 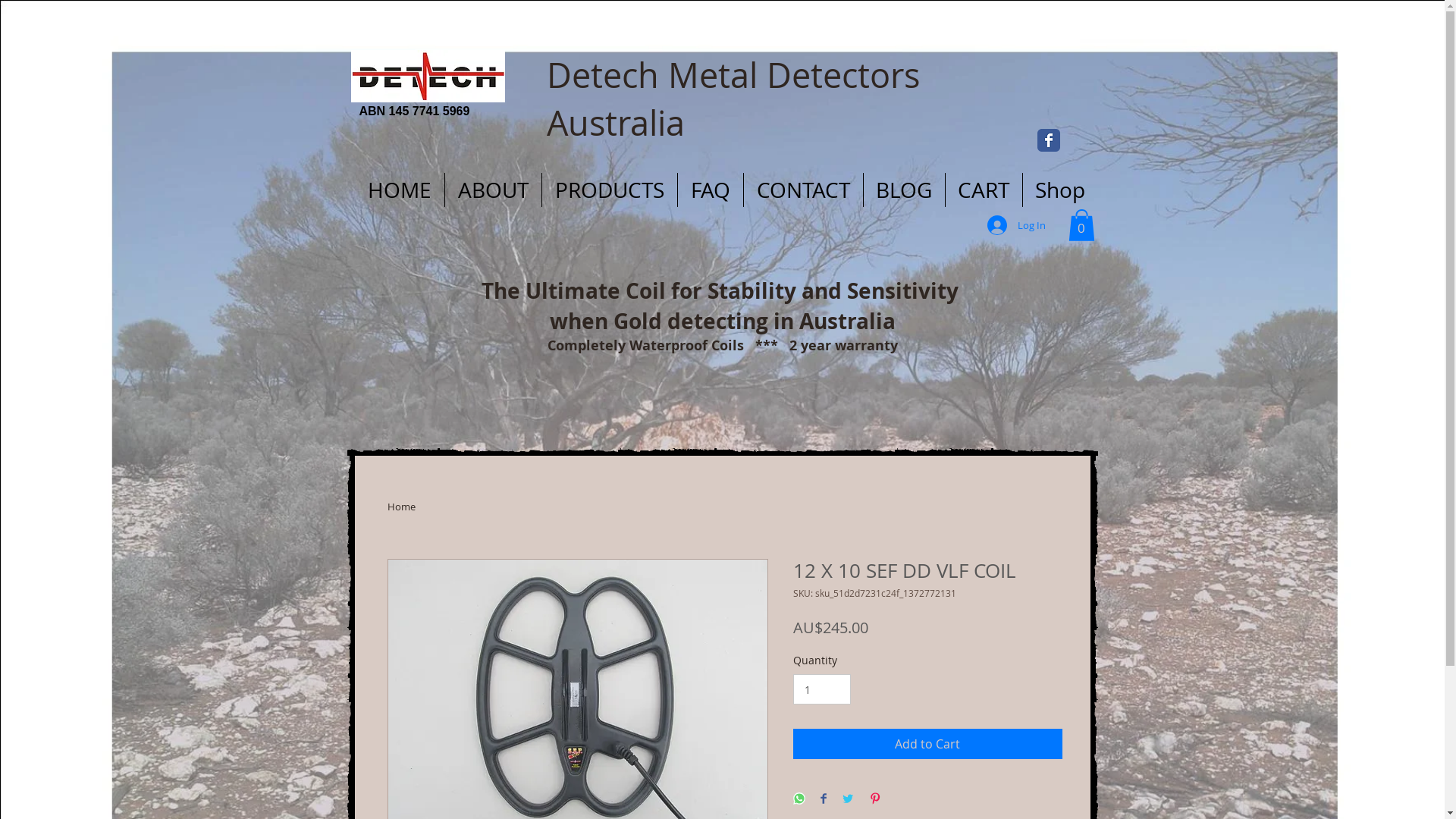 What do you see at coordinates (944, 189) in the screenshot?
I see `'CART'` at bounding box center [944, 189].